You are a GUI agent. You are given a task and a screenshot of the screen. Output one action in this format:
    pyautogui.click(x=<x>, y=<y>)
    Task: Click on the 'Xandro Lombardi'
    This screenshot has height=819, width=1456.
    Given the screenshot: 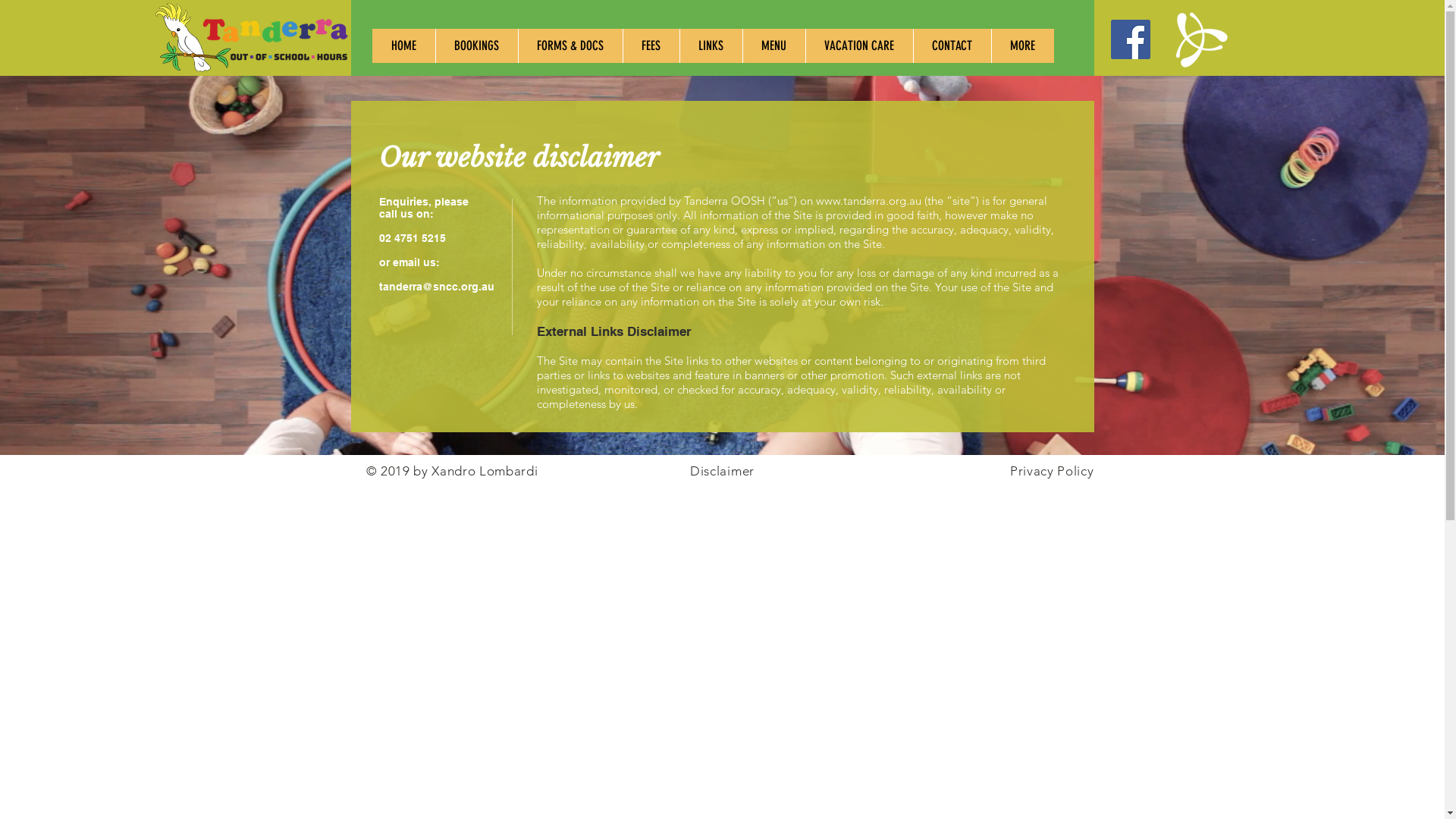 What is the action you would take?
    pyautogui.click(x=483, y=470)
    